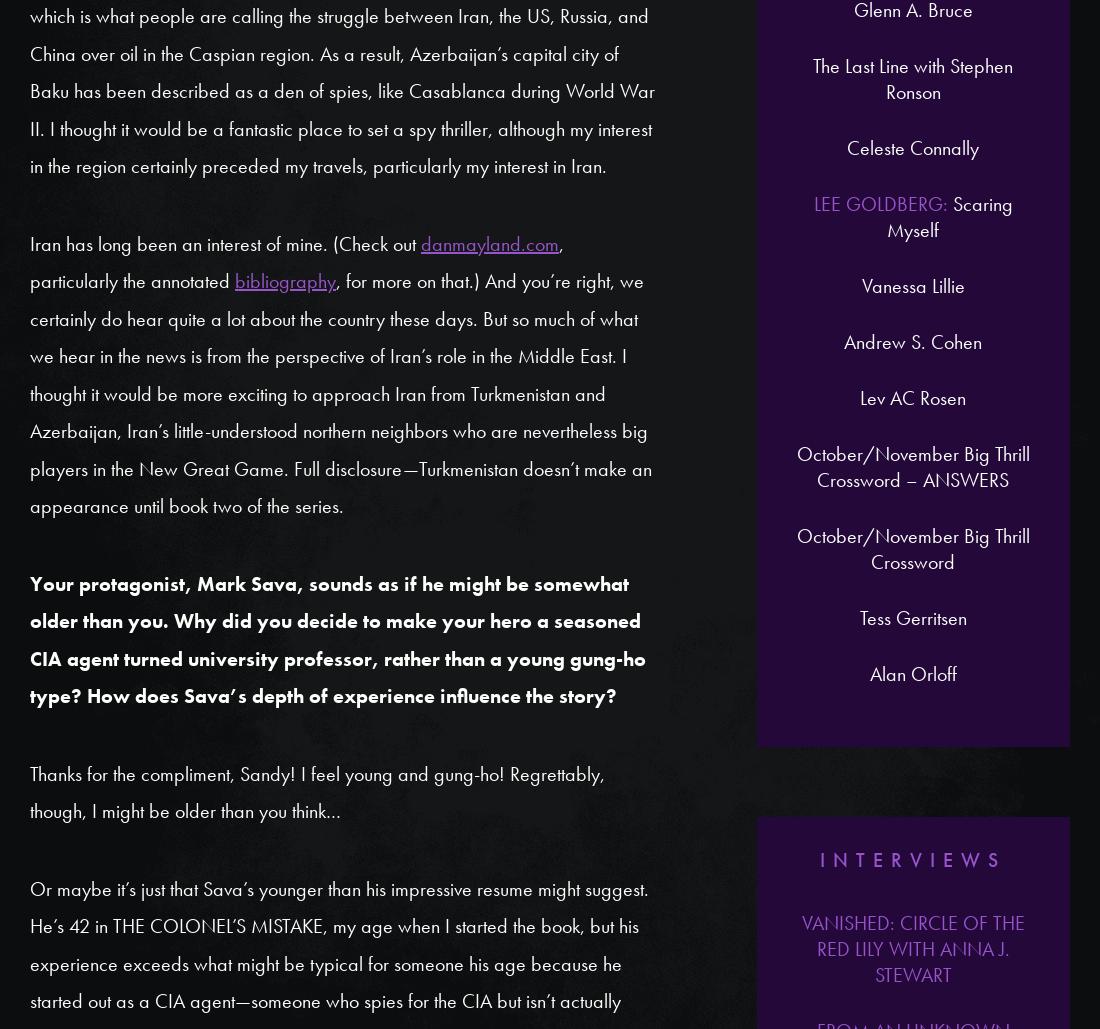  I want to click on 'Subscribe', so click(767, 356).